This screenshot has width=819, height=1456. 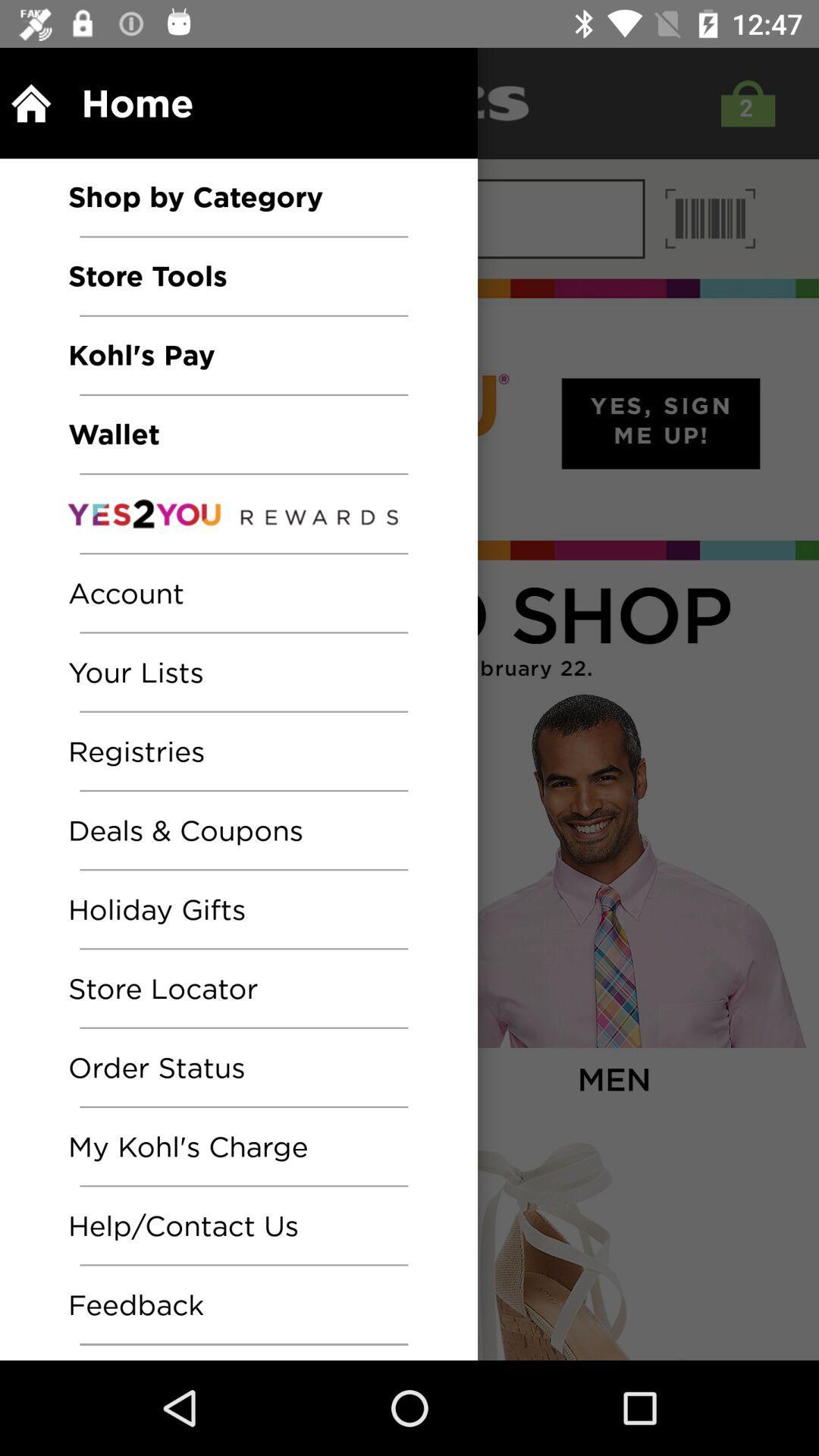 I want to click on the shop icon, so click(x=743, y=102).